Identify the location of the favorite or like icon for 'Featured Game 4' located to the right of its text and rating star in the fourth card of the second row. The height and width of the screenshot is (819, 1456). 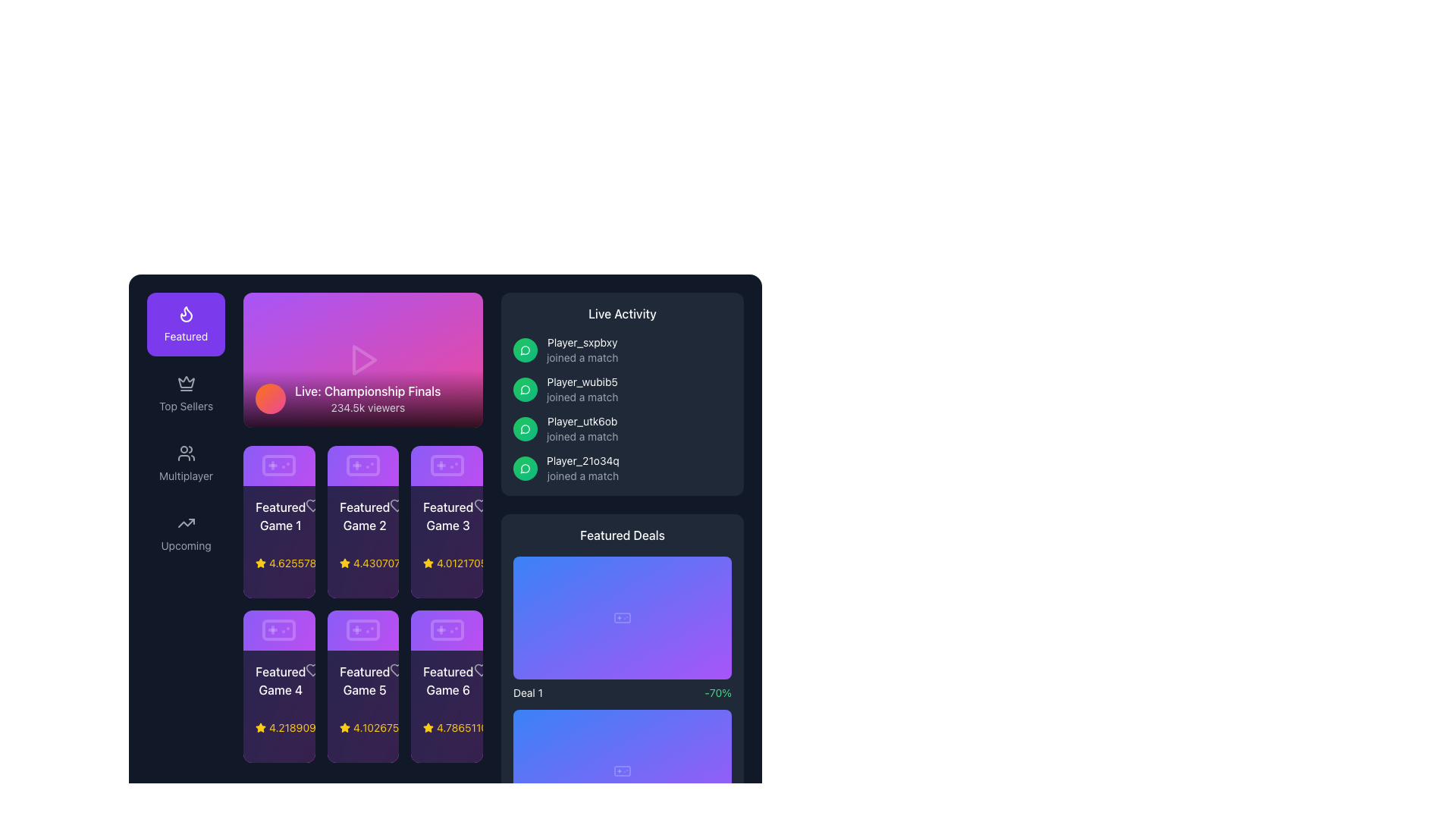
(312, 670).